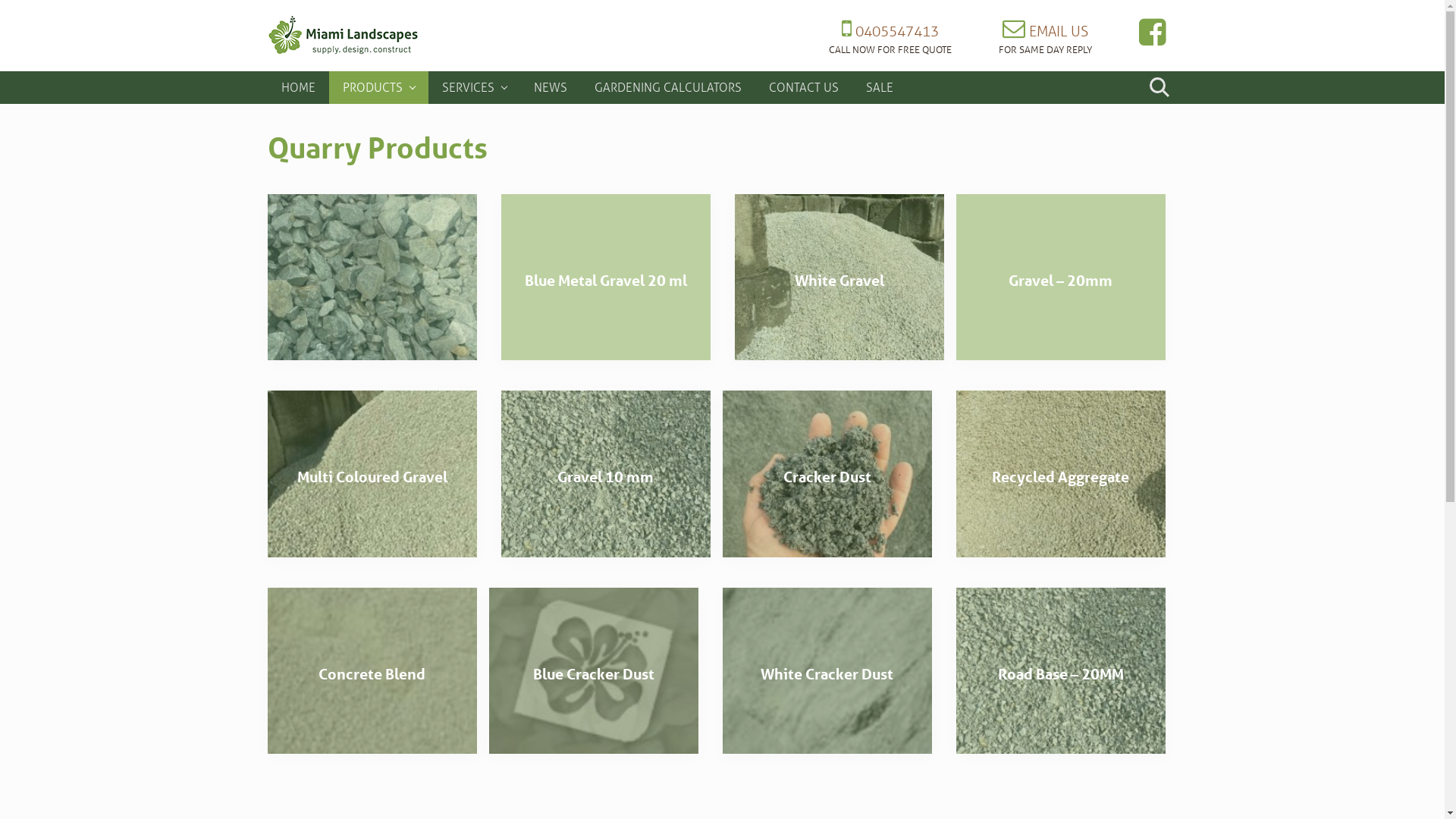 The height and width of the screenshot is (819, 1456). Describe the element at coordinates (297, 87) in the screenshot. I see `'HOME'` at that location.